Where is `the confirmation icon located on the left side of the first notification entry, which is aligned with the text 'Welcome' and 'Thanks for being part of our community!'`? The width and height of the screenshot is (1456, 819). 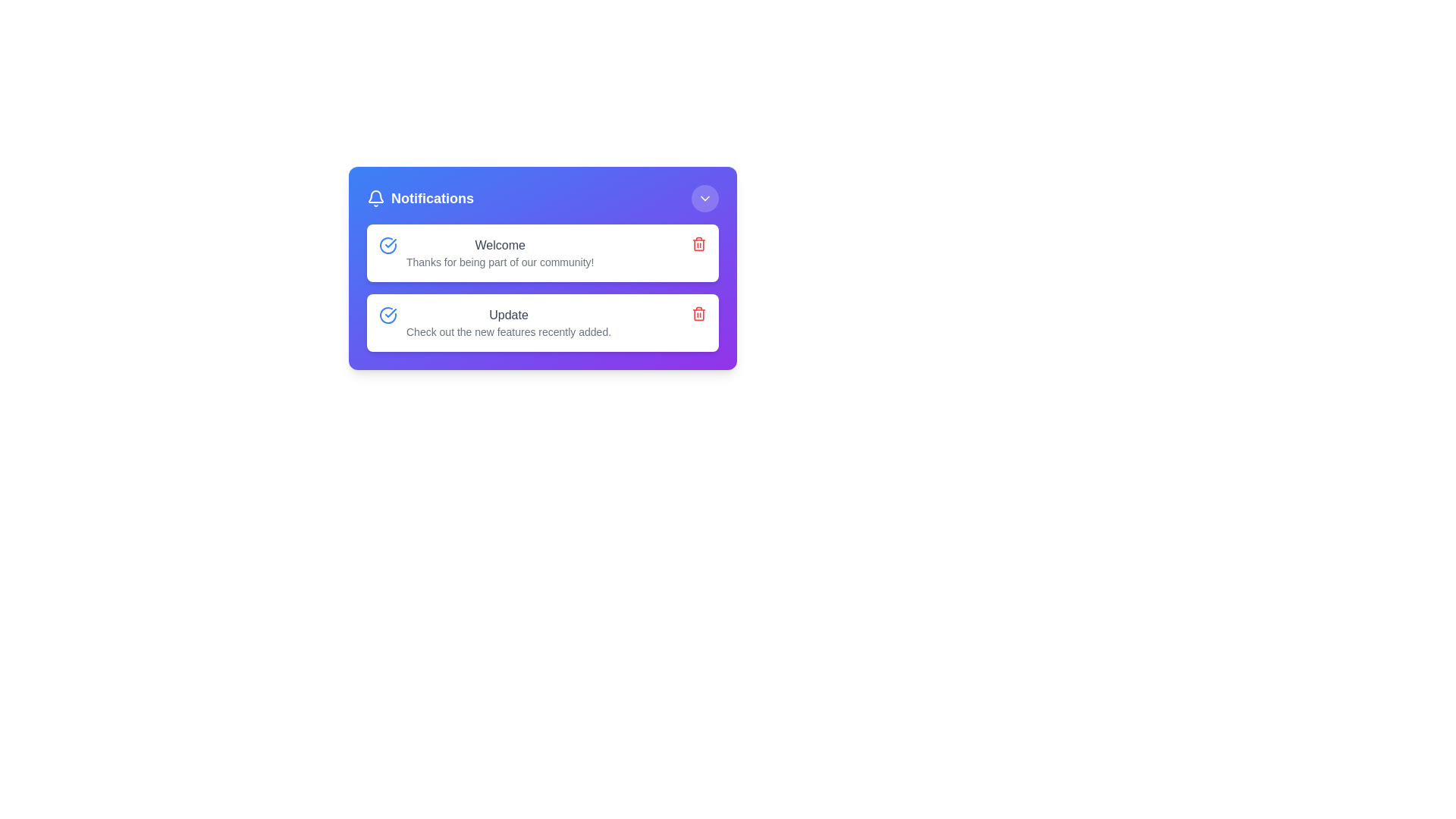 the confirmation icon located on the left side of the first notification entry, which is aligned with the text 'Welcome' and 'Thanks for being part of our community!' is located at coordinates (388, 245).